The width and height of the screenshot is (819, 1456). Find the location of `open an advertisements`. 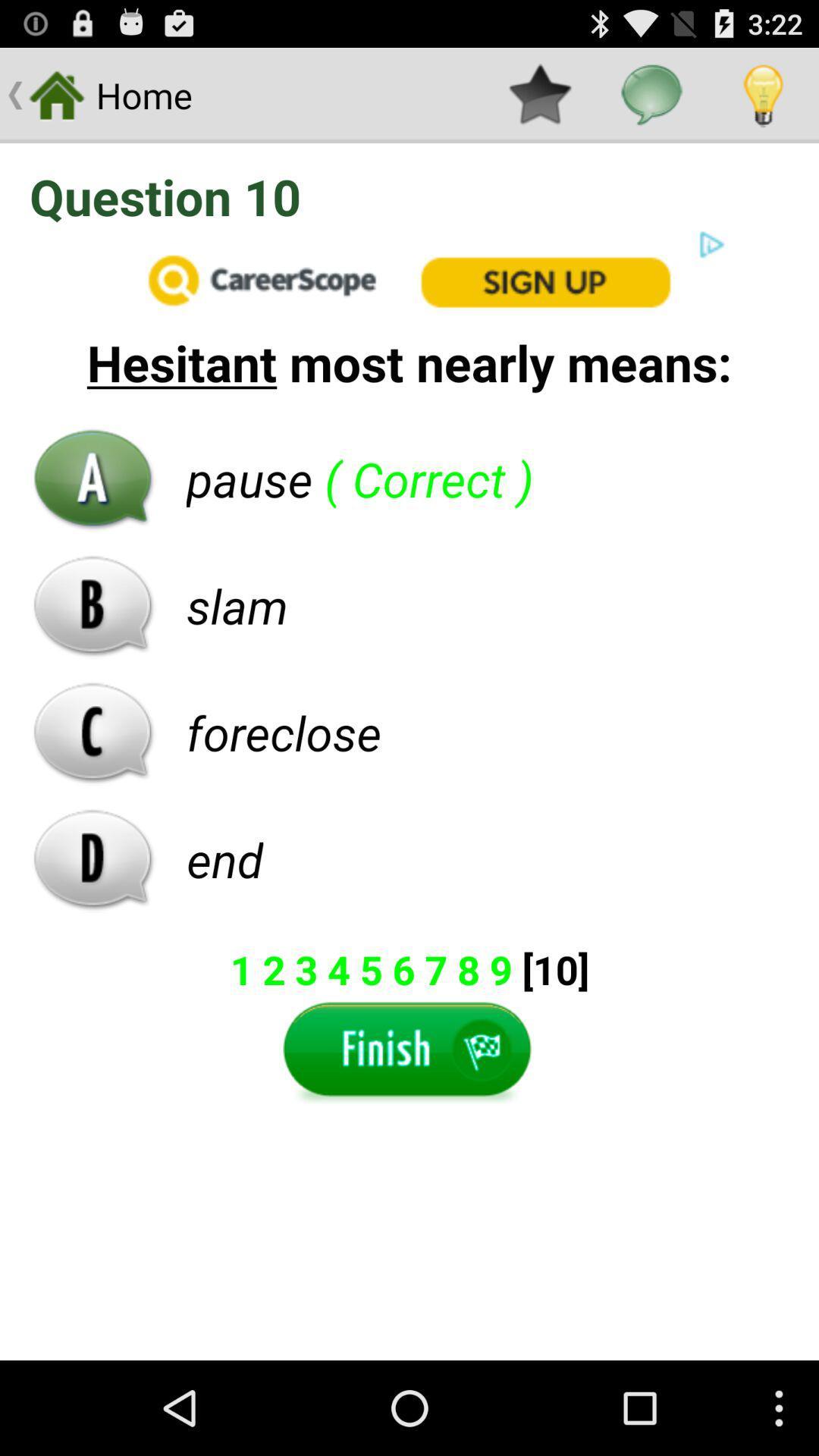

open an advertisements is located at coordinates (409, 279).